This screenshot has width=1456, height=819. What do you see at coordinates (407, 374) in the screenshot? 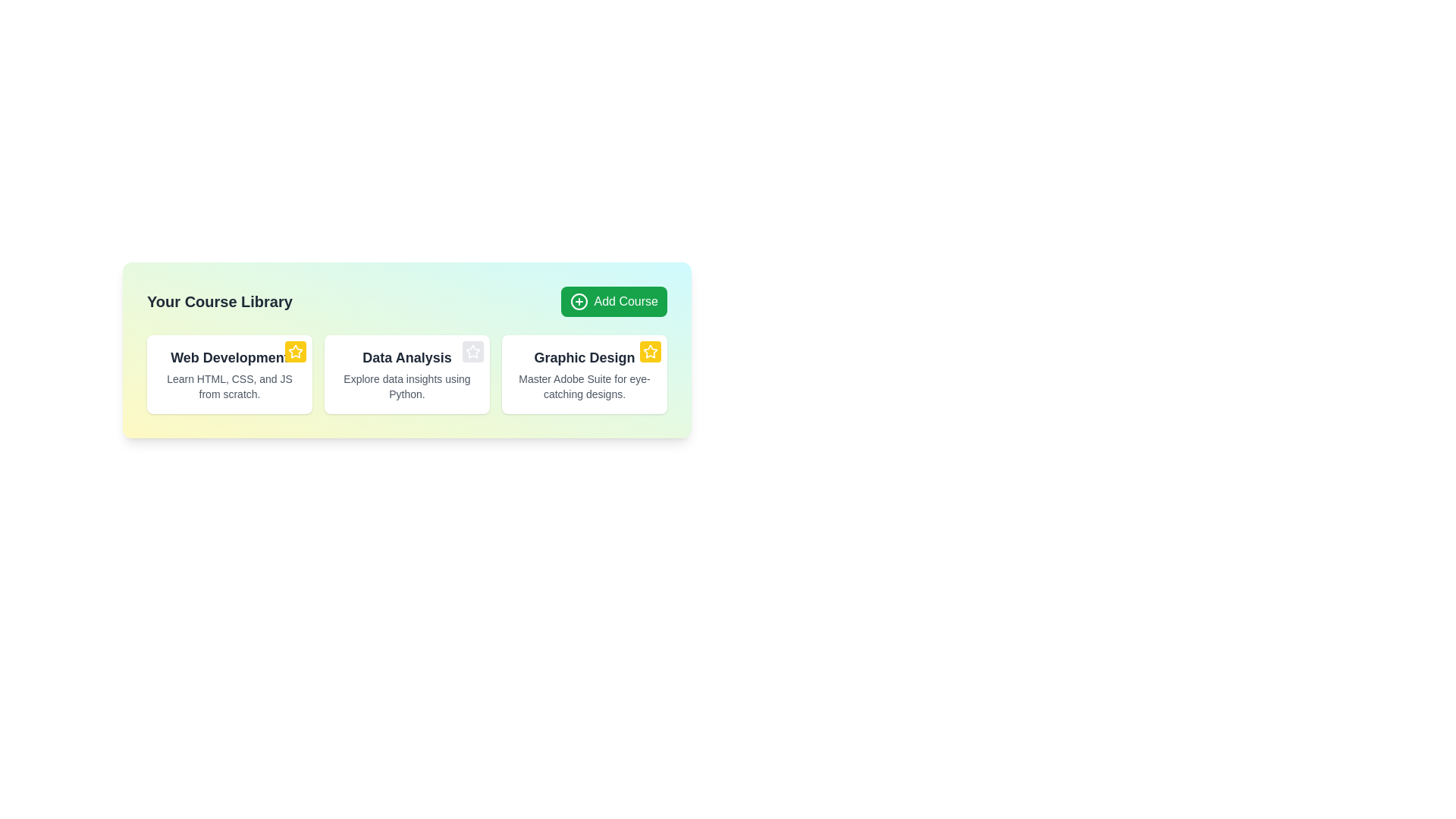
I see `the 'Data Analysis' course card, which is located in the center of a grid layout as the second item from the left` at bounding box center [407, 374].